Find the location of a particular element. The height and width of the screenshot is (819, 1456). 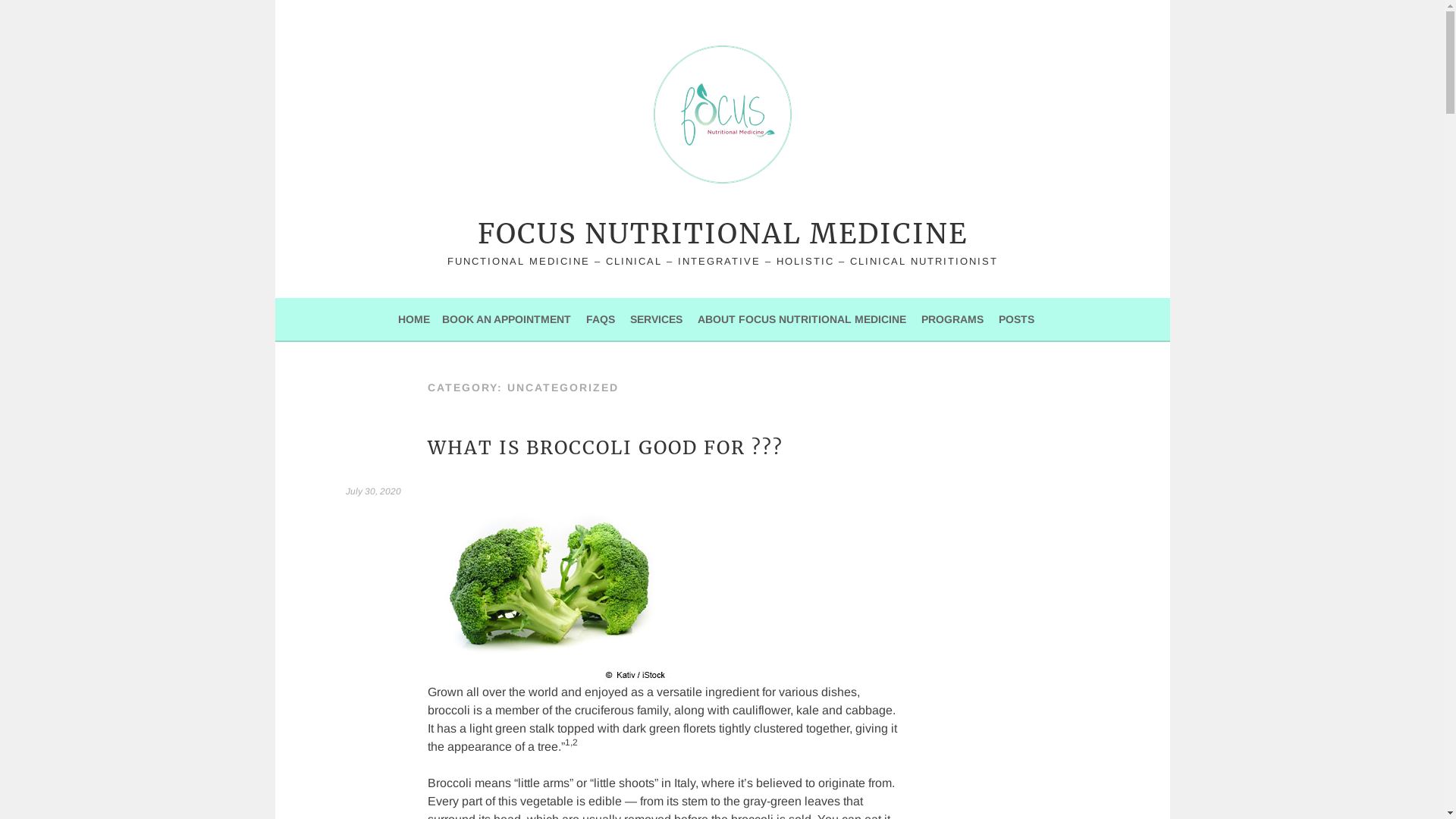

'HOME' is located at coordinates (414, 318).